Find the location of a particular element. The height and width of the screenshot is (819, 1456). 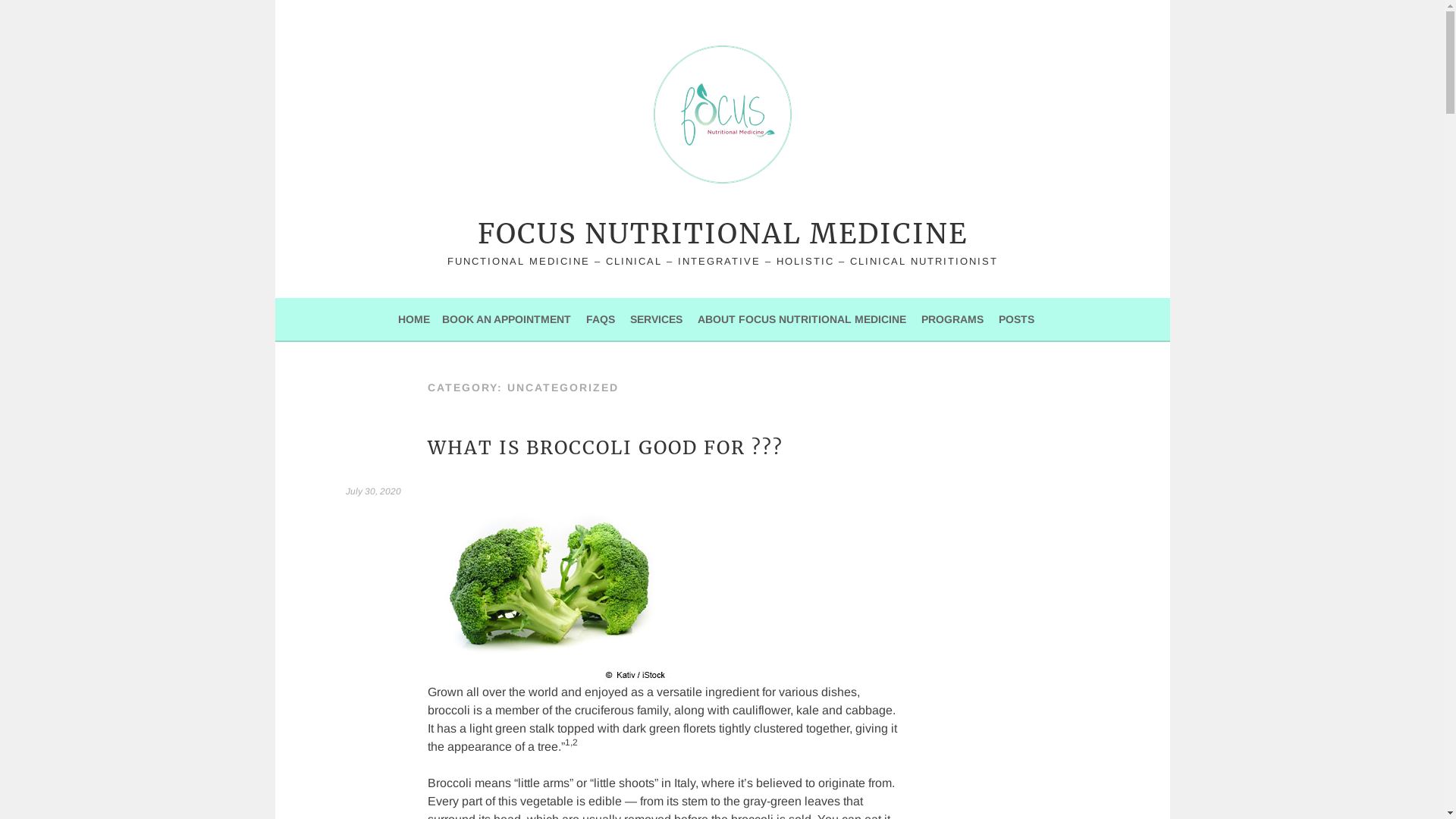

'HOME' is located at coordinates (414, 318).